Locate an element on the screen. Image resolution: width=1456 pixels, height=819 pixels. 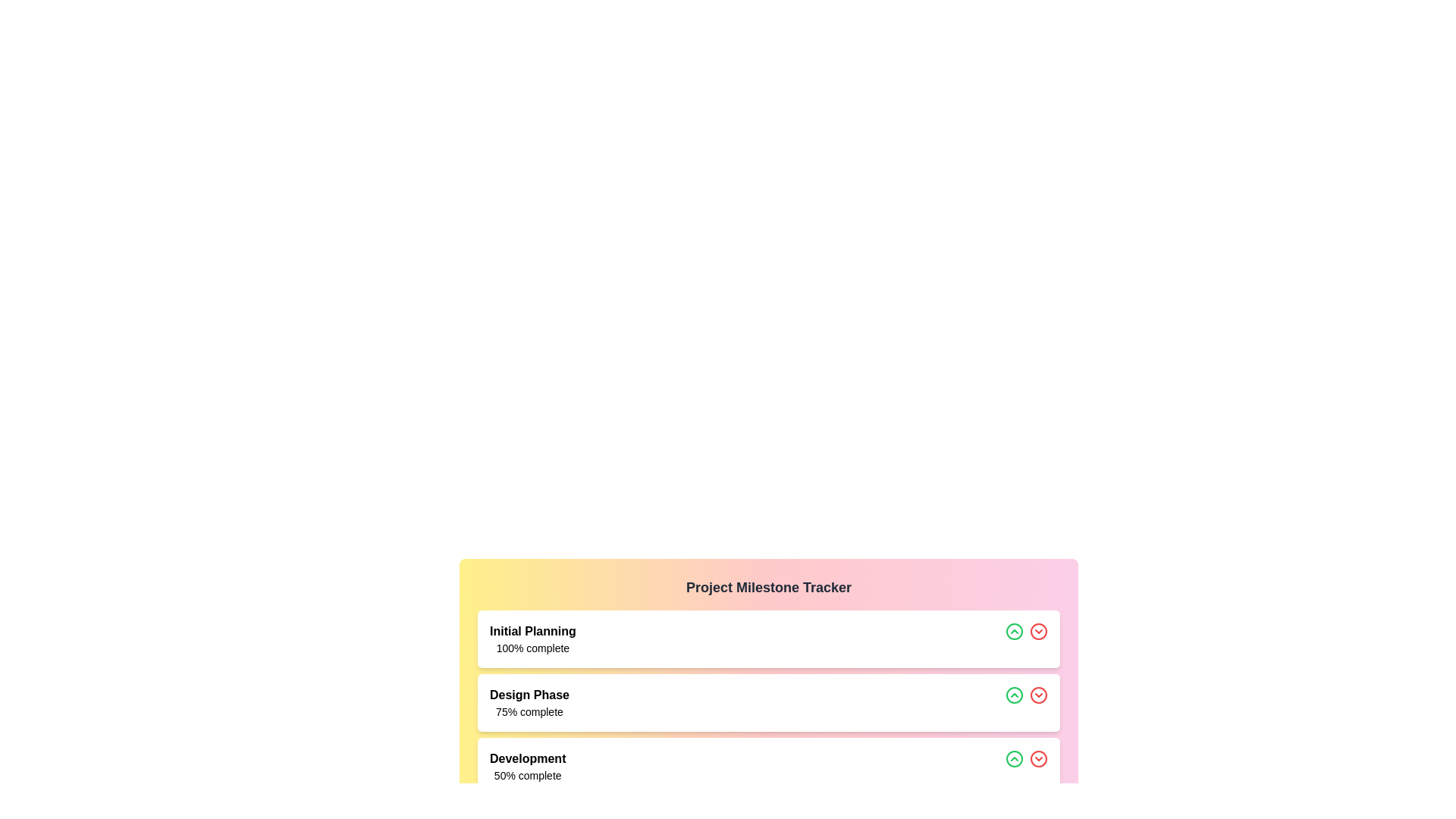
the Circle SVG element located in the third row under 'Development - 50% complete', positioned to the right side of the progress bar area is located at coordinates (1037, 695).